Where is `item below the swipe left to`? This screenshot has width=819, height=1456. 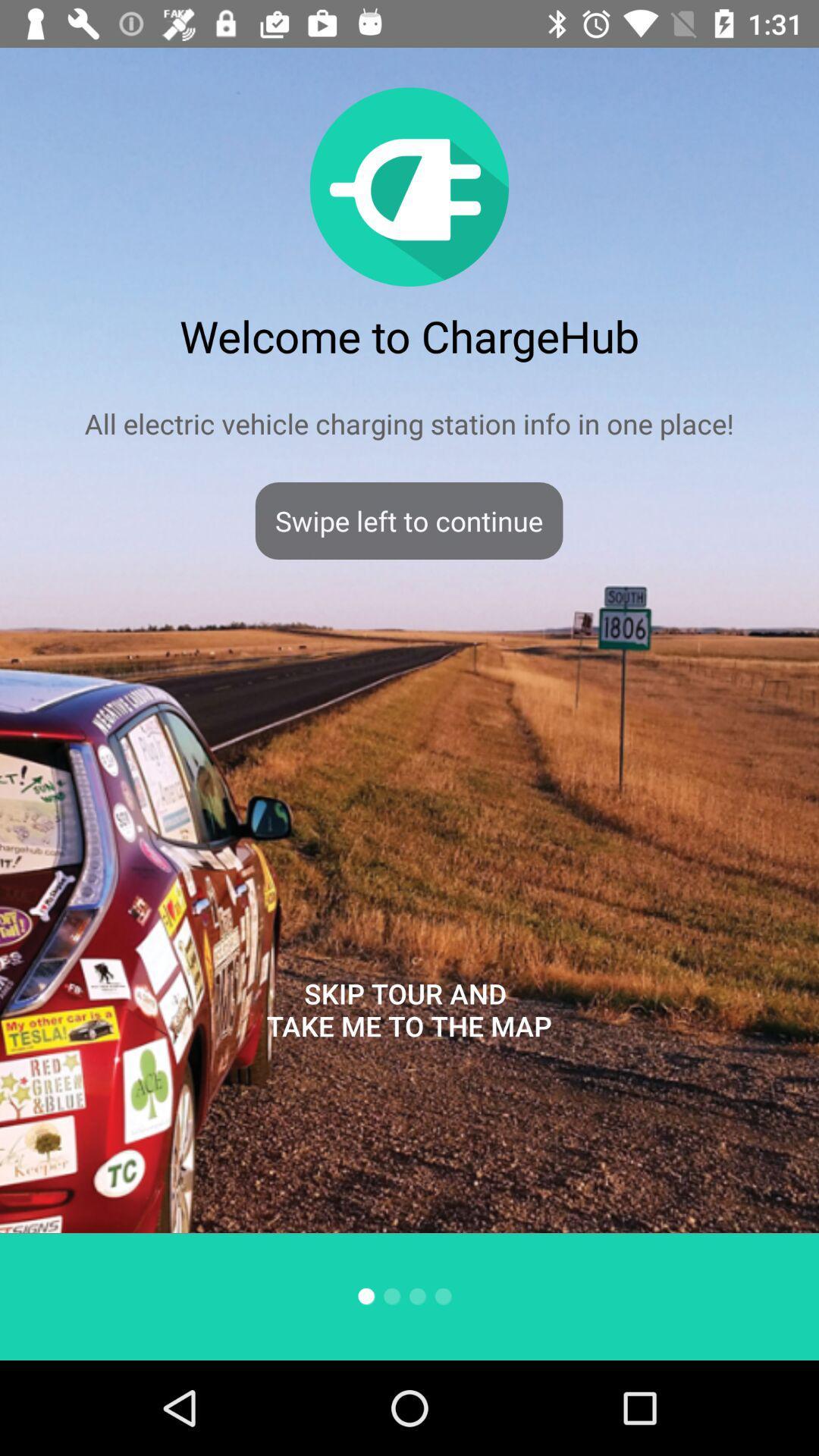 item below the swipe left to is located at coordinates (408, 1009).